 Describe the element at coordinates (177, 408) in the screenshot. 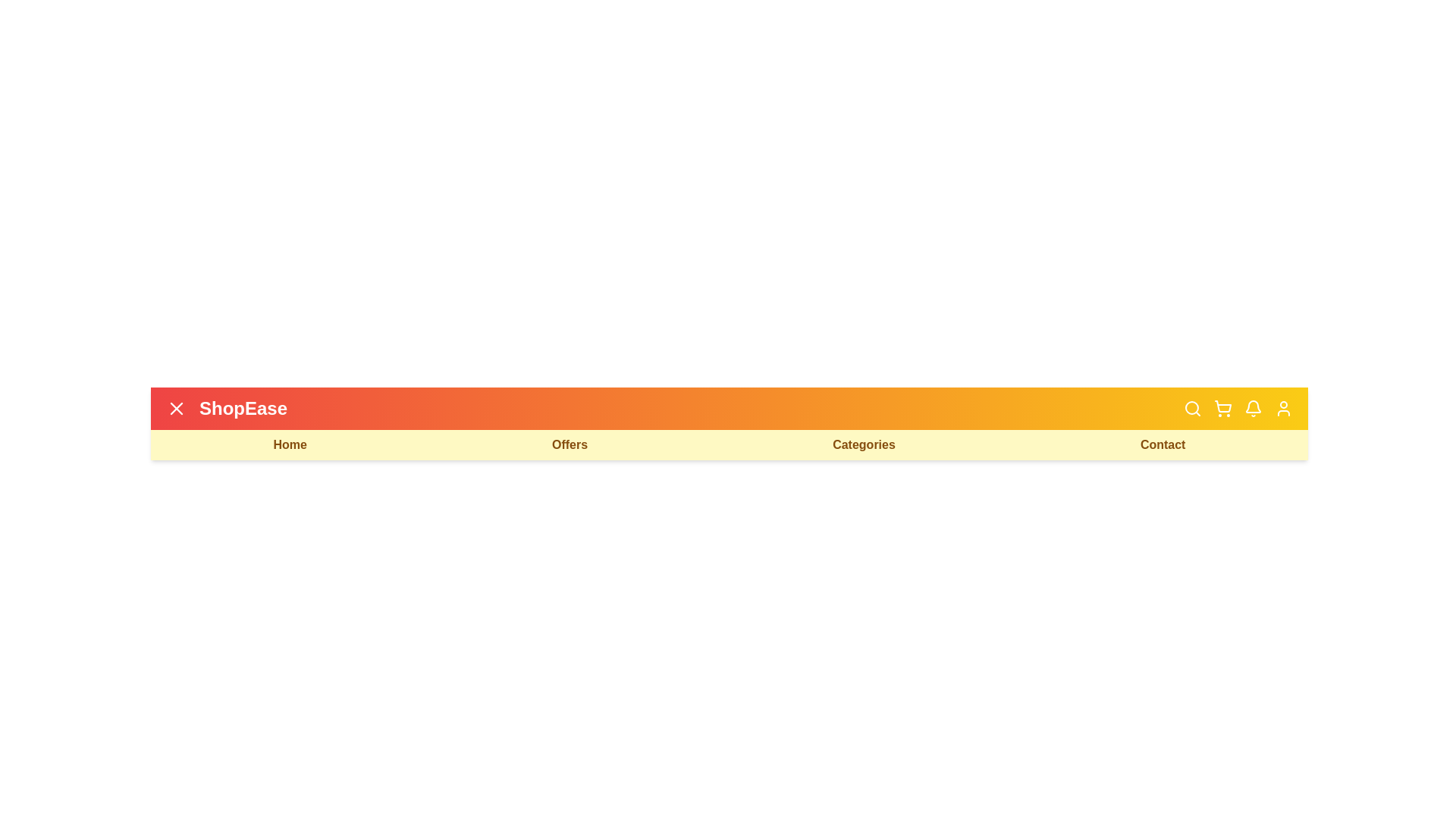

I see `the menu button to toggle the menu visibility` at that location.